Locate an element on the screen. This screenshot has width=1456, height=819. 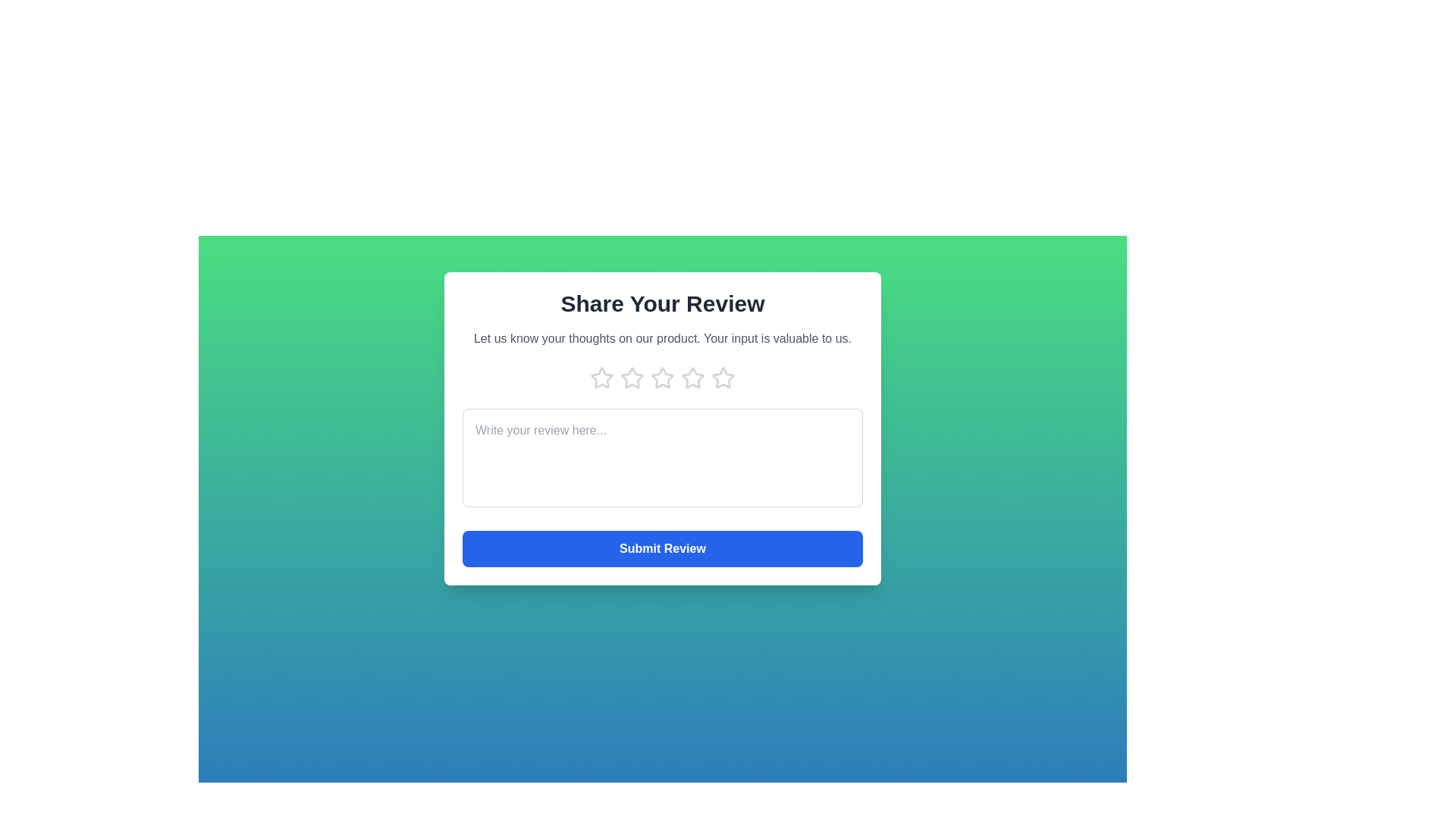
the textarea and type the review text is located at coordinates (662, 457).